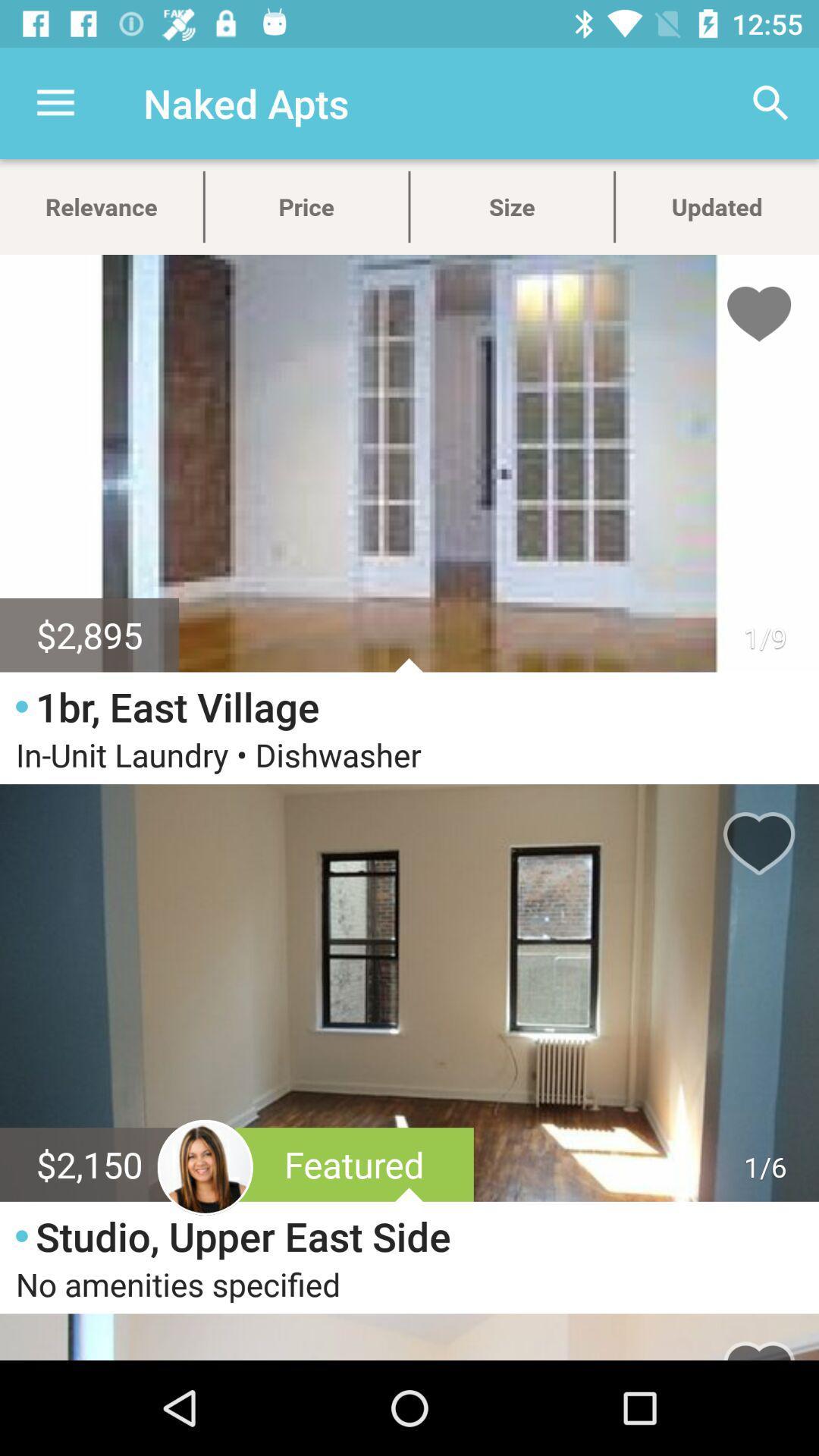 The height and width of the screenshot is (1456, 819). Describe the element at coordinates (101, 206) in the screenshot. I see `the relevance item` at that location.